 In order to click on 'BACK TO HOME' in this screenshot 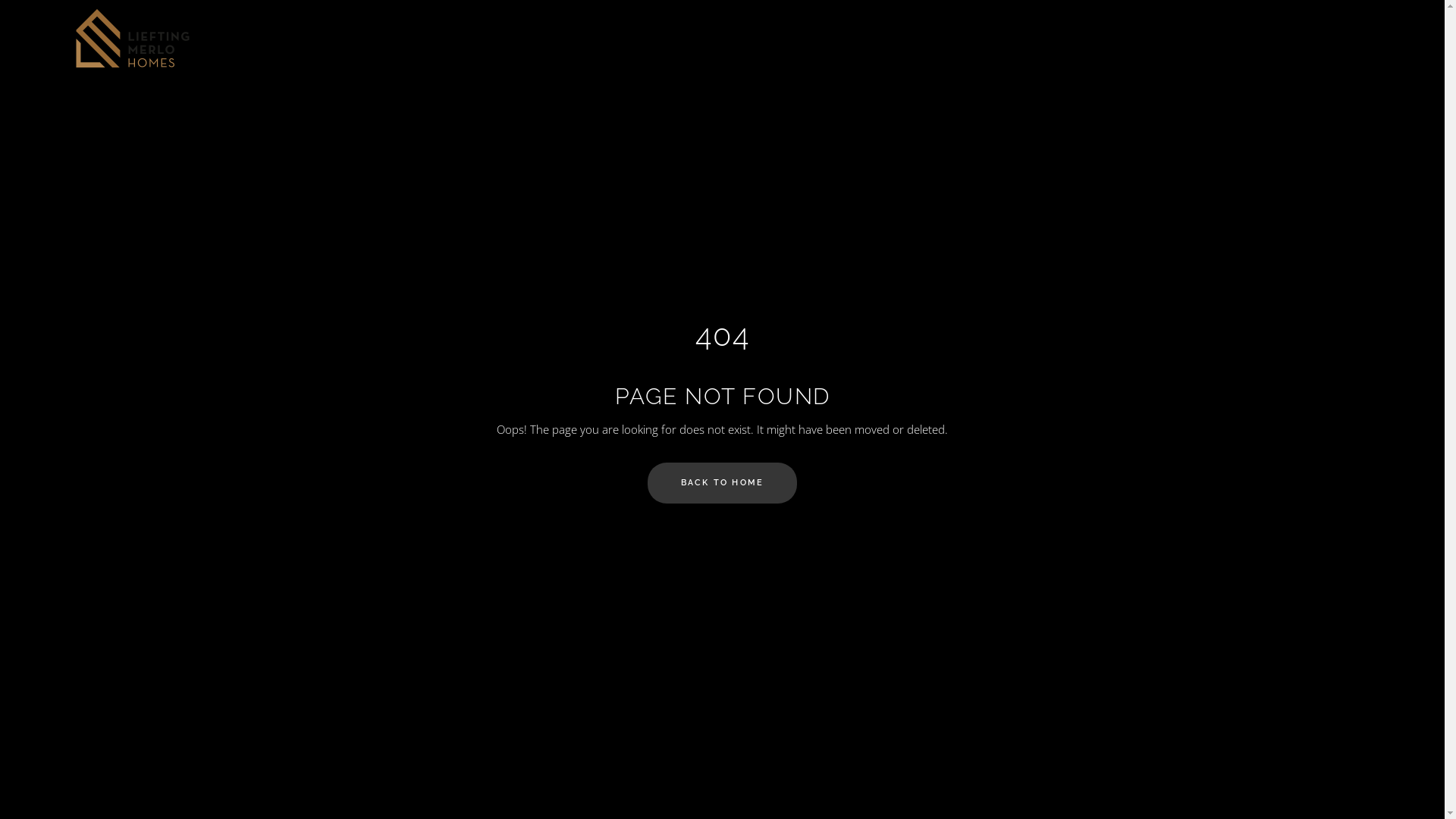, I will do `click(721, 482)`.